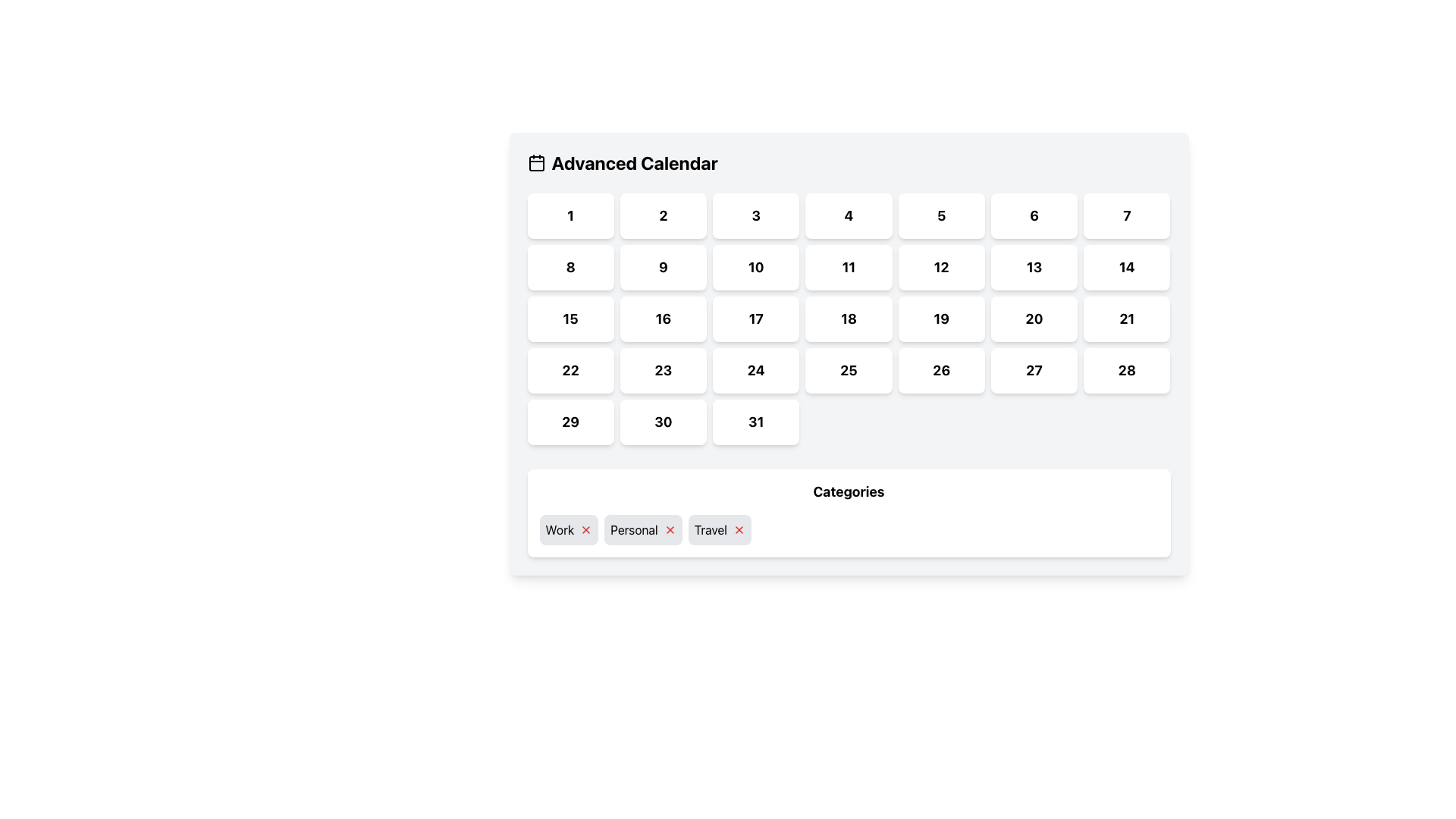 The image size is (1456, 819). Describe the element at coordinates (756, 422) in the screenshot. I see `the date label indicating the 31st day of the month within the calendar widget, located at the bottom row of the calendar grid` at that location.